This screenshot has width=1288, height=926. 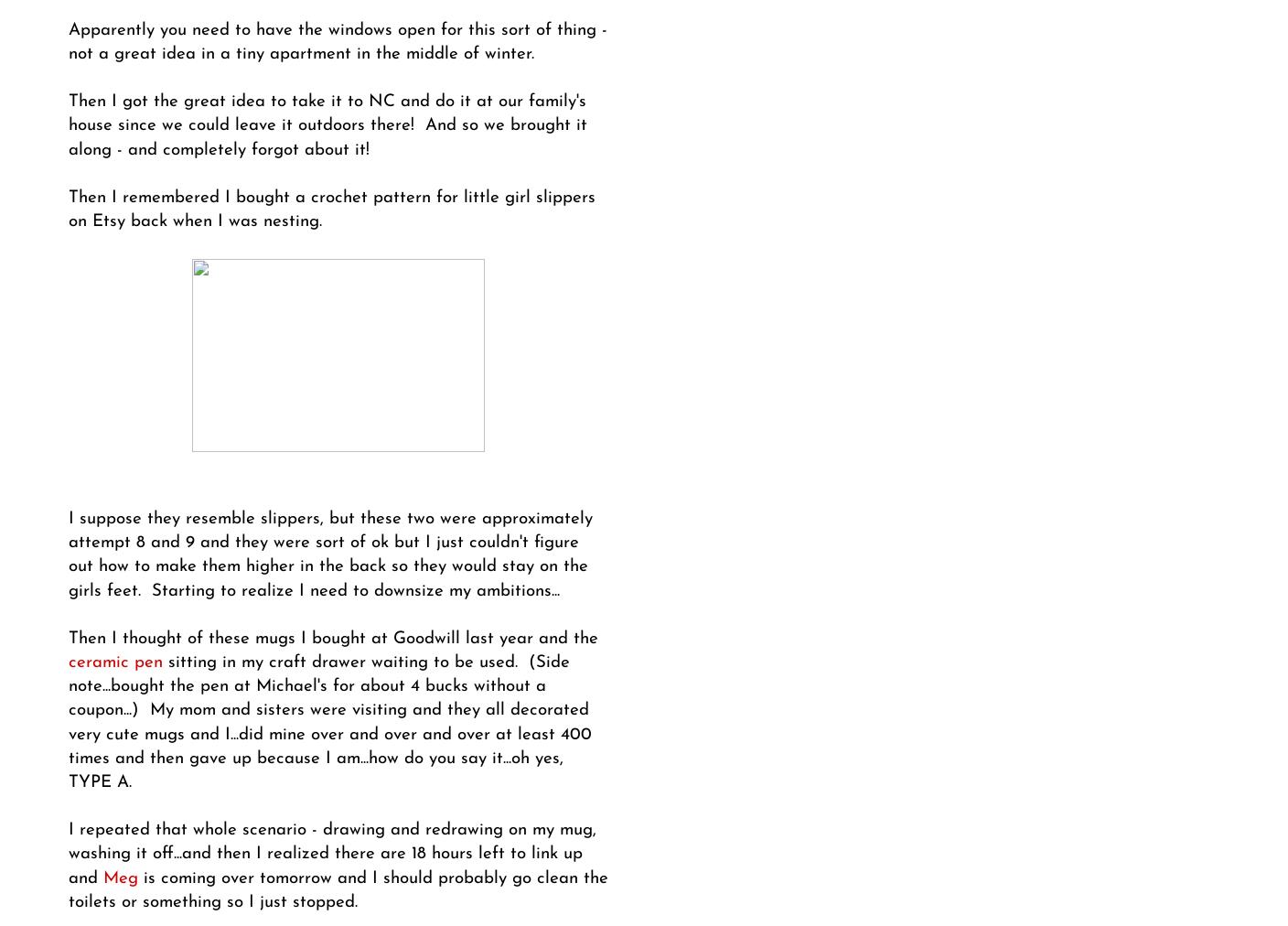 I want to click on 'Then I got the great idea to take it to NC and do it at our family's house since we could leave it outdoors there!  And so we brought it along - and completely forgot about it!', so click(x=327, y=125).